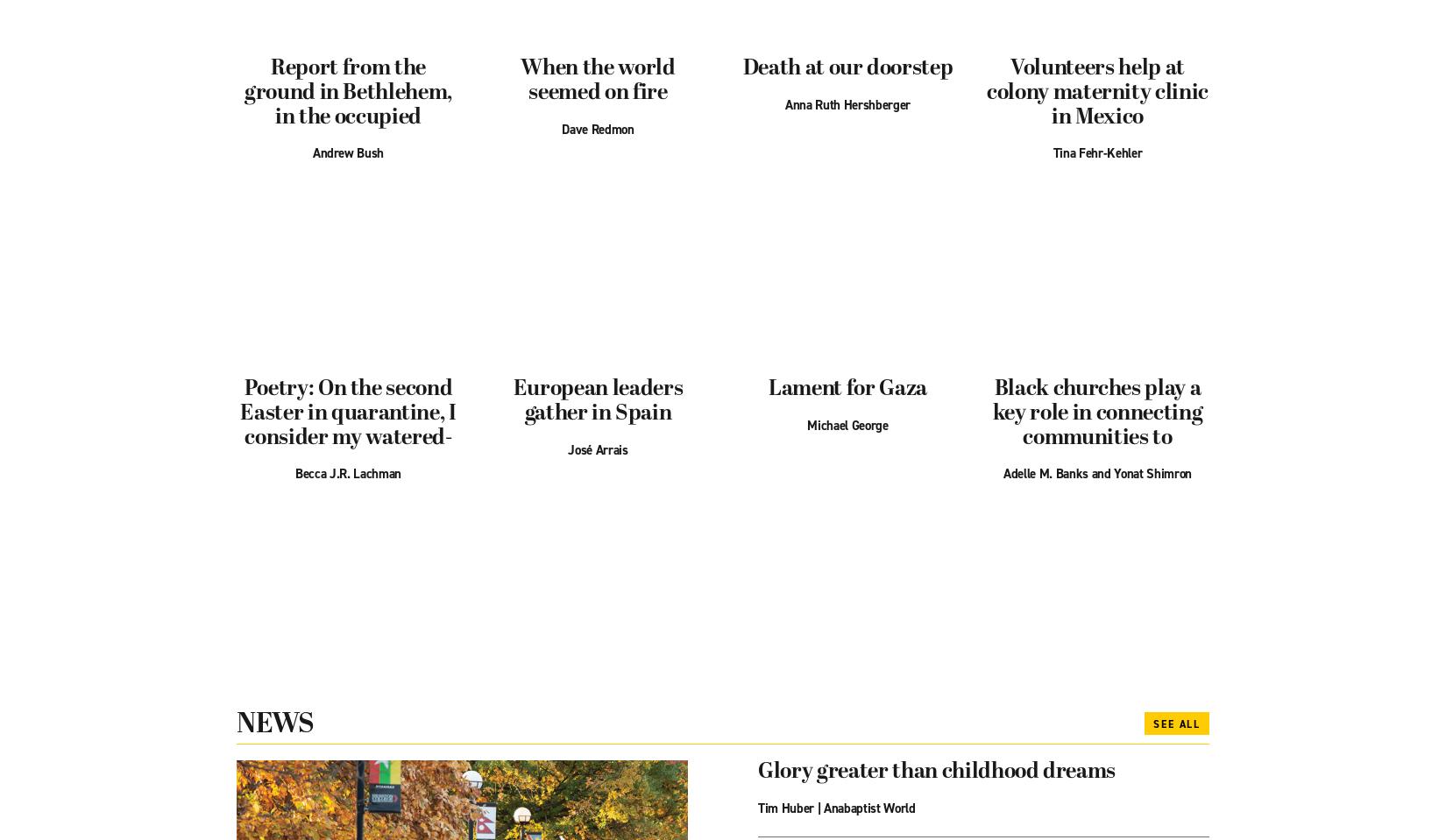 The height and width of the screenshot is (840, 1446). I want to click on 'Death at our doorstep', so click(847, 67).